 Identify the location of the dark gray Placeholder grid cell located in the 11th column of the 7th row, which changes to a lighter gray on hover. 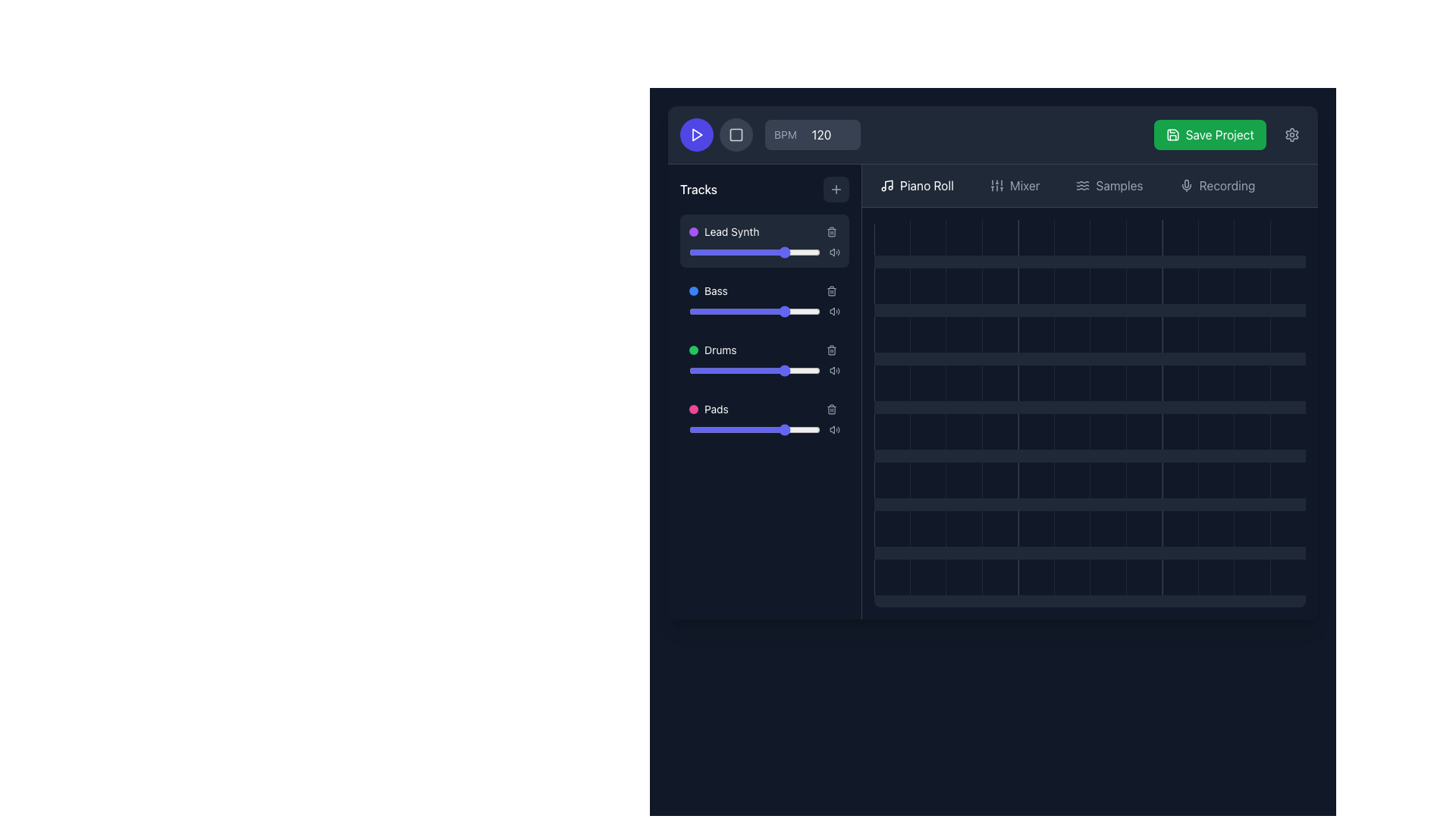
(1252, 480).